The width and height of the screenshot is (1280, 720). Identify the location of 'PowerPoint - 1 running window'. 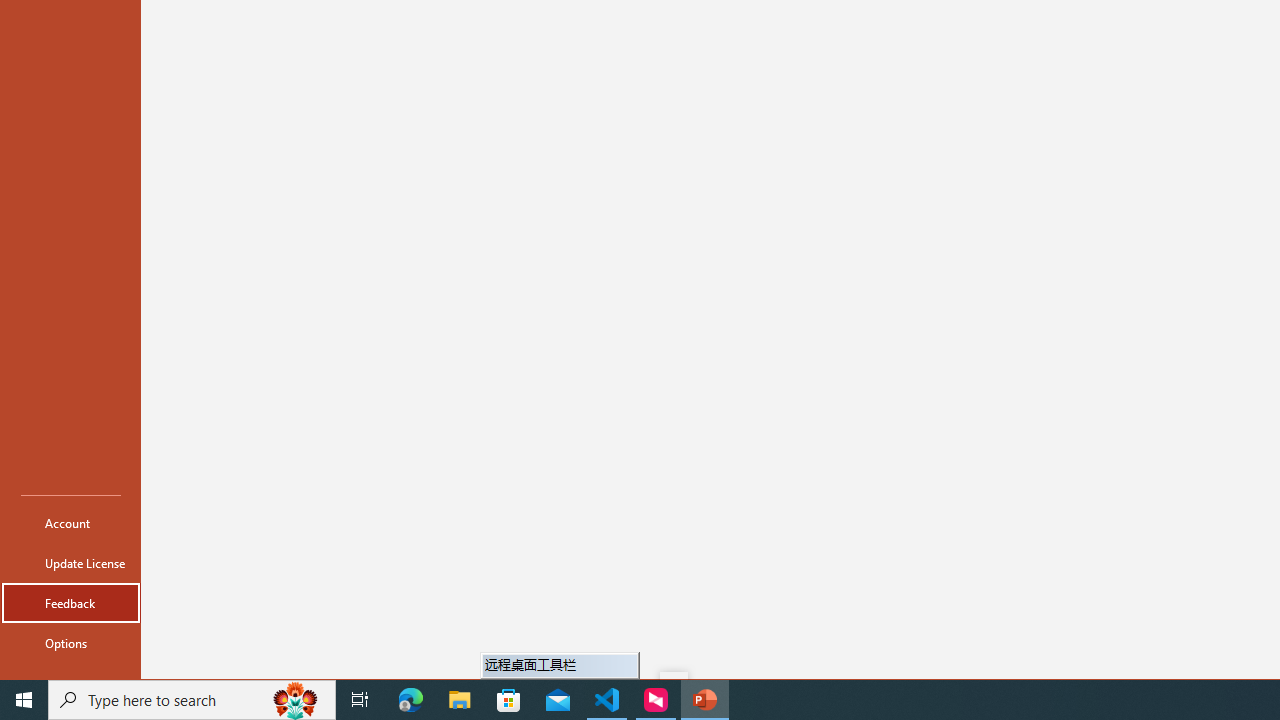
(705, 698).